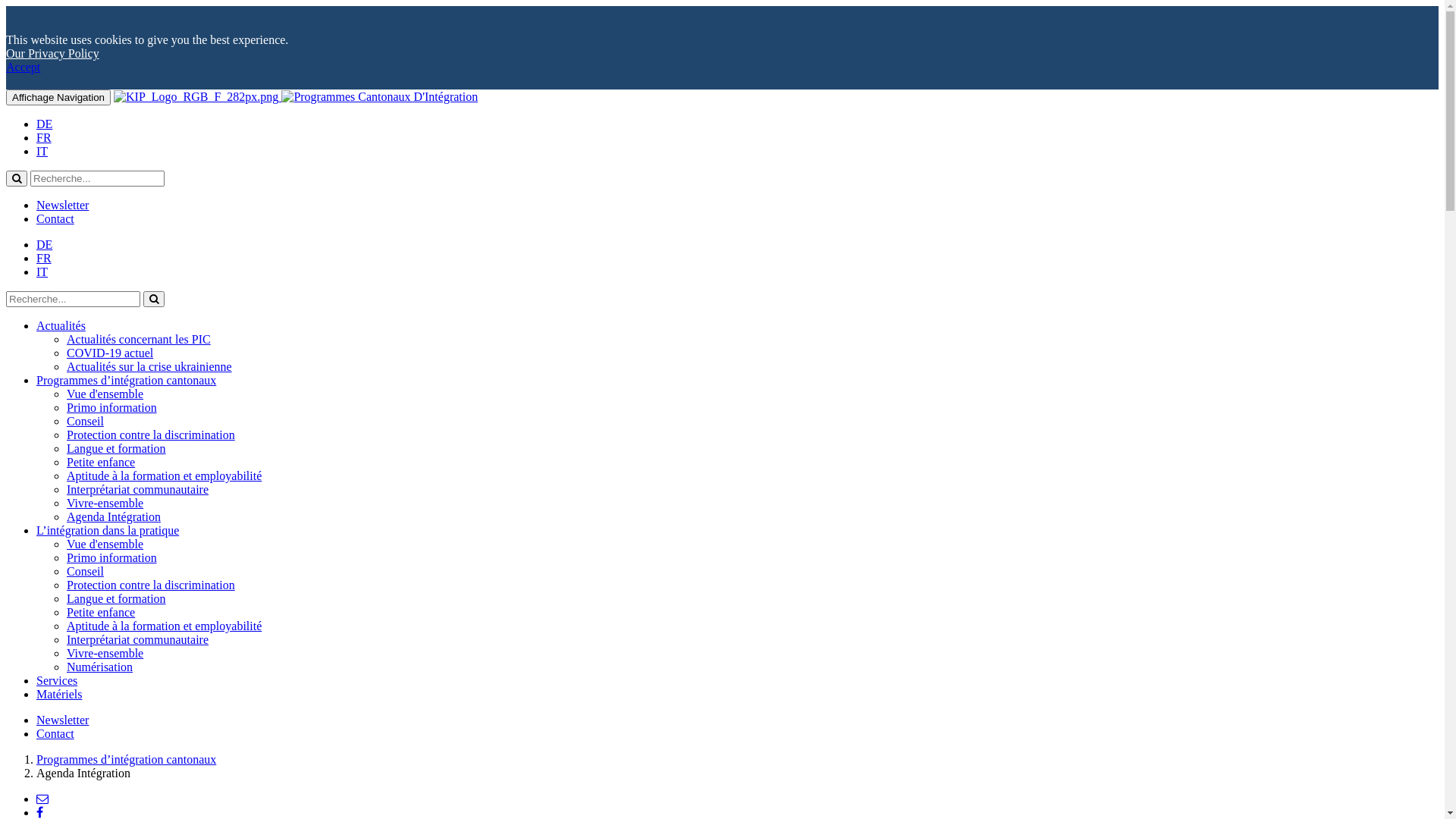 The image size is (1456, 819). I want to click on 'Contact', so click(55, 733).